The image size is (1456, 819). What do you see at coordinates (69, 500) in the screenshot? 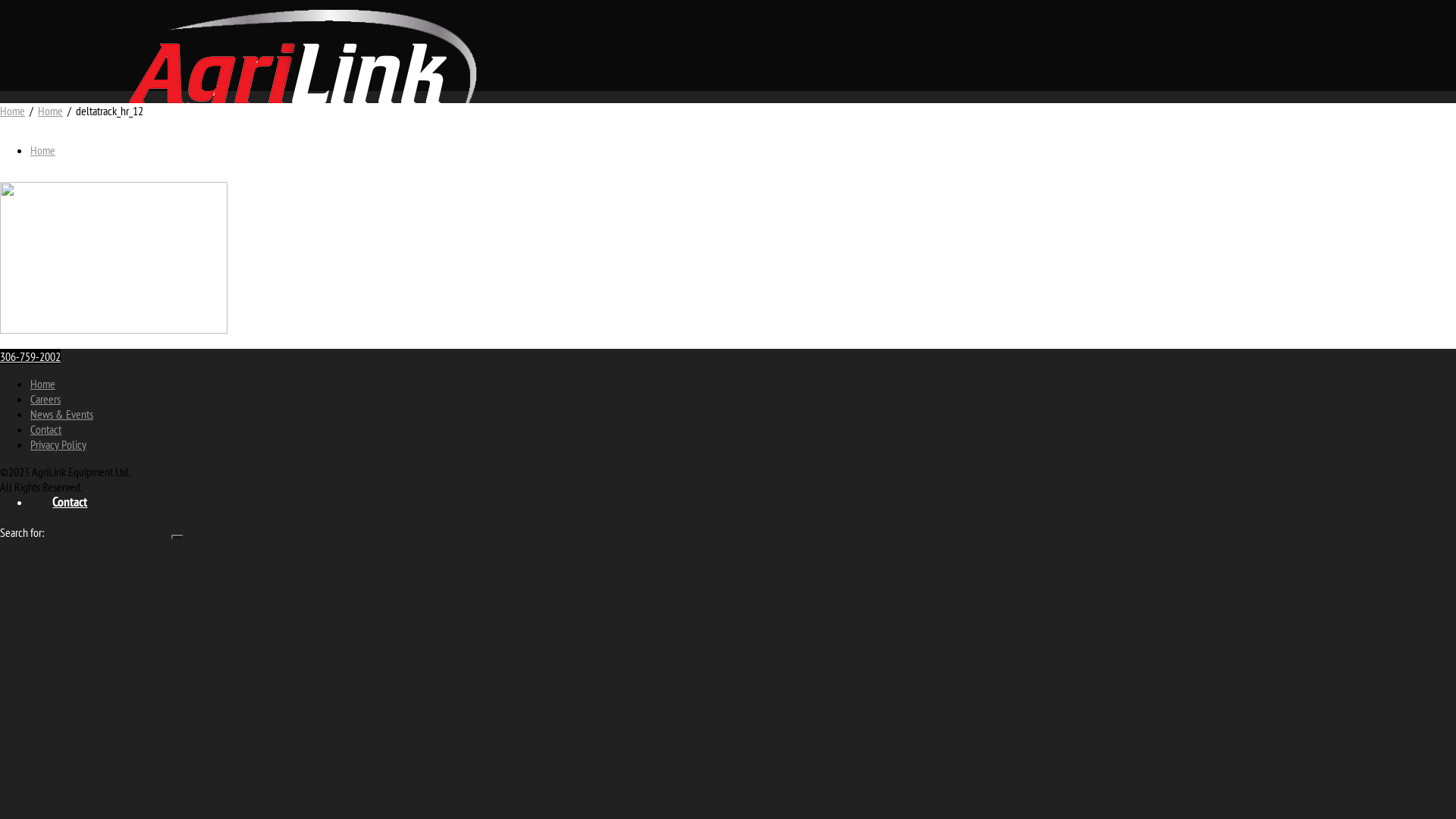
I see `'Contact'` at bounding box center [69, 500].